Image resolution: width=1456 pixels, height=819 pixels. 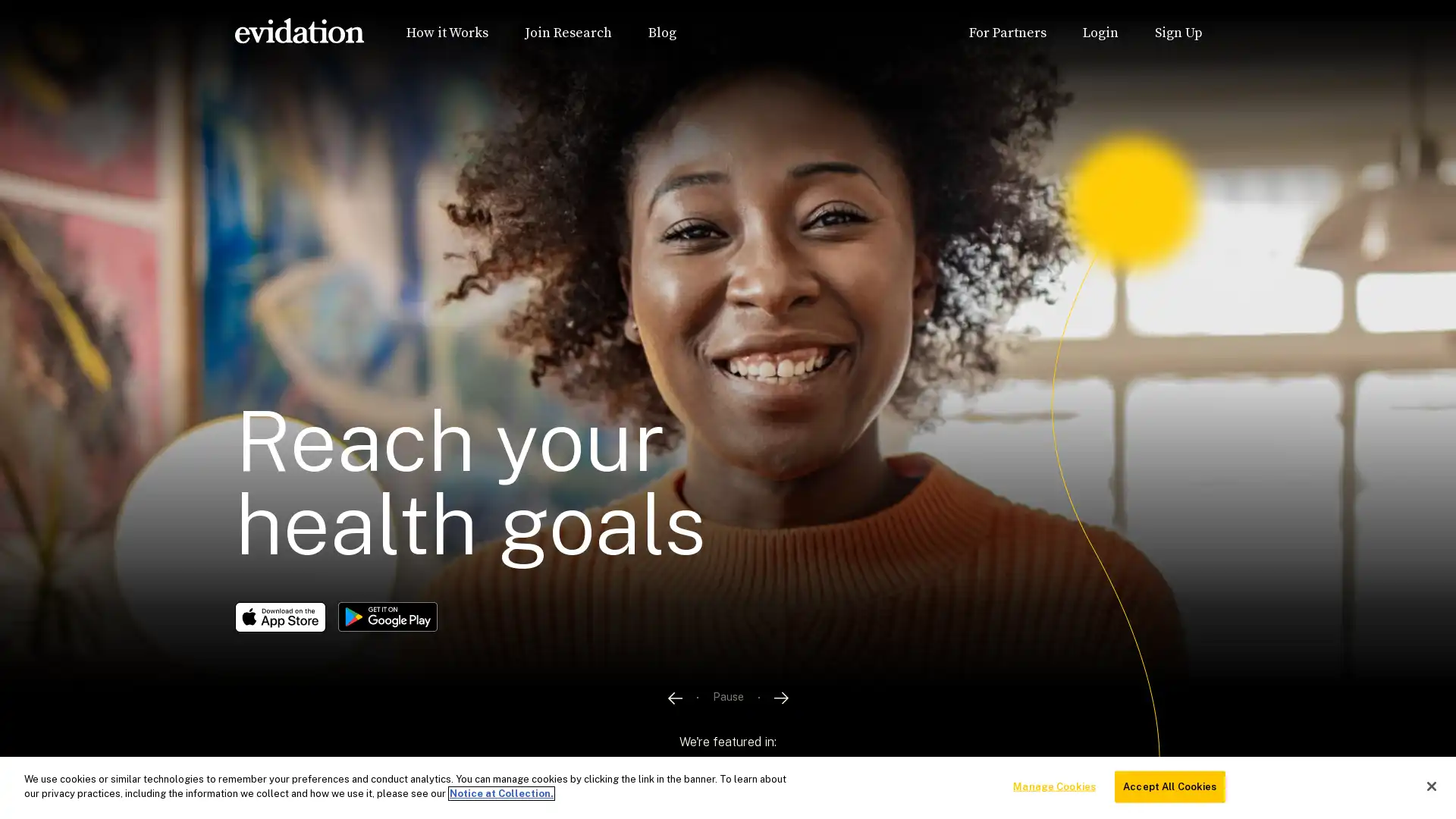 What do you see at coordinates (781, 742) in the screenshot?
I see `Next slide` at bounding box center [781, 742].